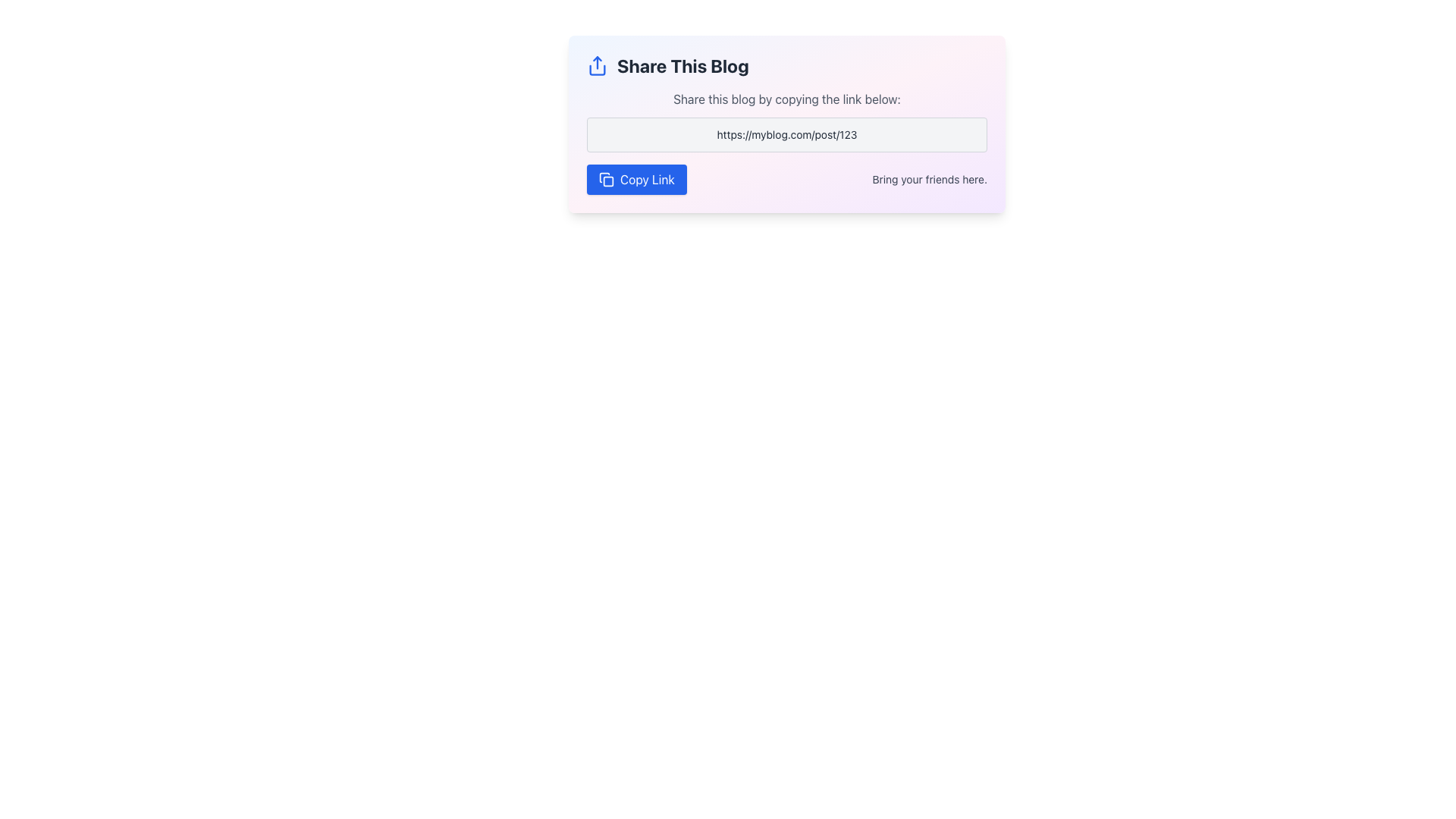 This screenshot has height=819, width=1456. What do you see at coordinates (604, 177) in the screenshot?
I see `the 'Copy Link' button icon, which is part of an SVG graphic located in the left region of the button` at bounding box center [604, 177].